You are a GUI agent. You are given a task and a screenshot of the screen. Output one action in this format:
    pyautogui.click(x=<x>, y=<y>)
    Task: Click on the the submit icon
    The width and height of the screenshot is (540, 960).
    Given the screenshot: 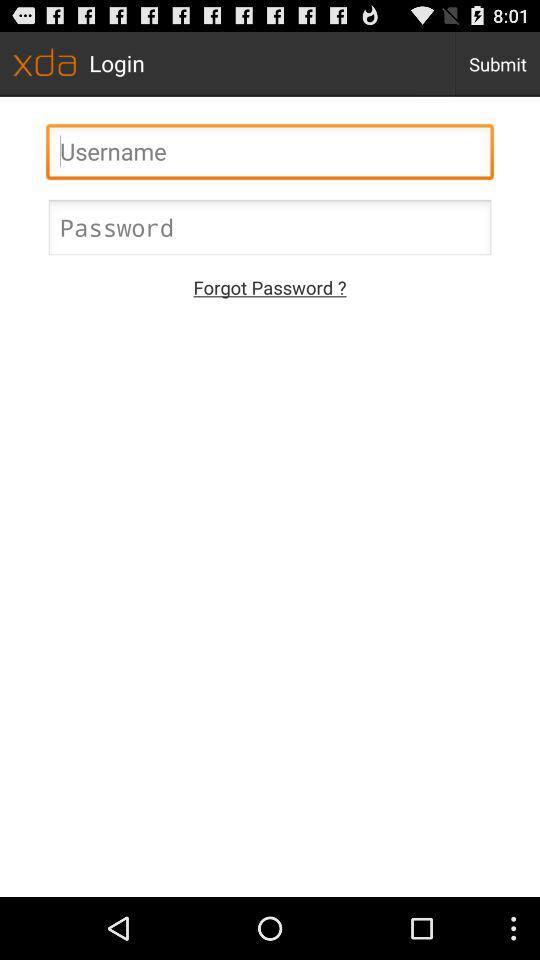 What is the action you would take?
    pyautogui.click(x=496, y=63)
    